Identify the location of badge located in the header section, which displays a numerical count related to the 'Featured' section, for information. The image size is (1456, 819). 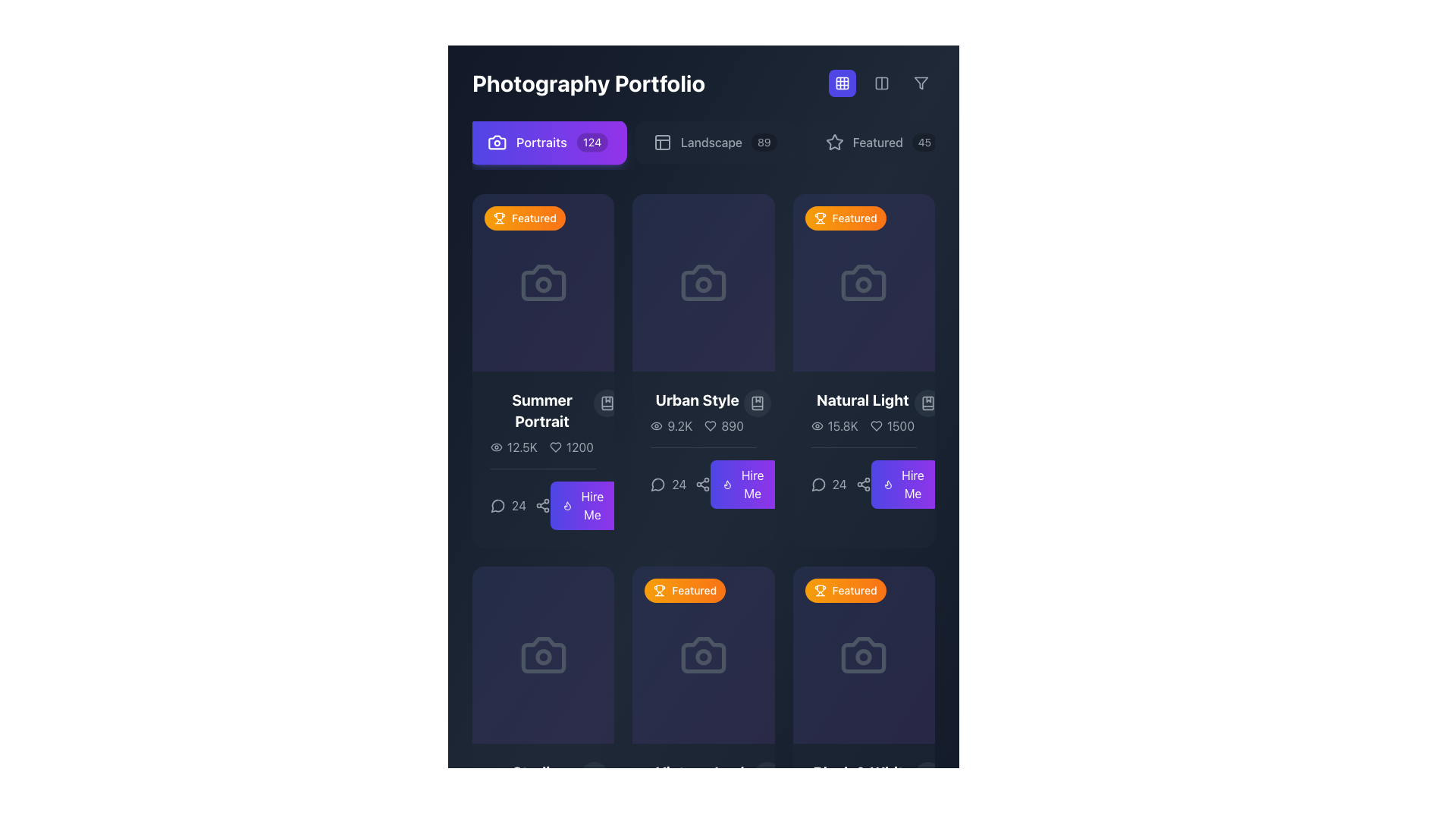
(924, 143).